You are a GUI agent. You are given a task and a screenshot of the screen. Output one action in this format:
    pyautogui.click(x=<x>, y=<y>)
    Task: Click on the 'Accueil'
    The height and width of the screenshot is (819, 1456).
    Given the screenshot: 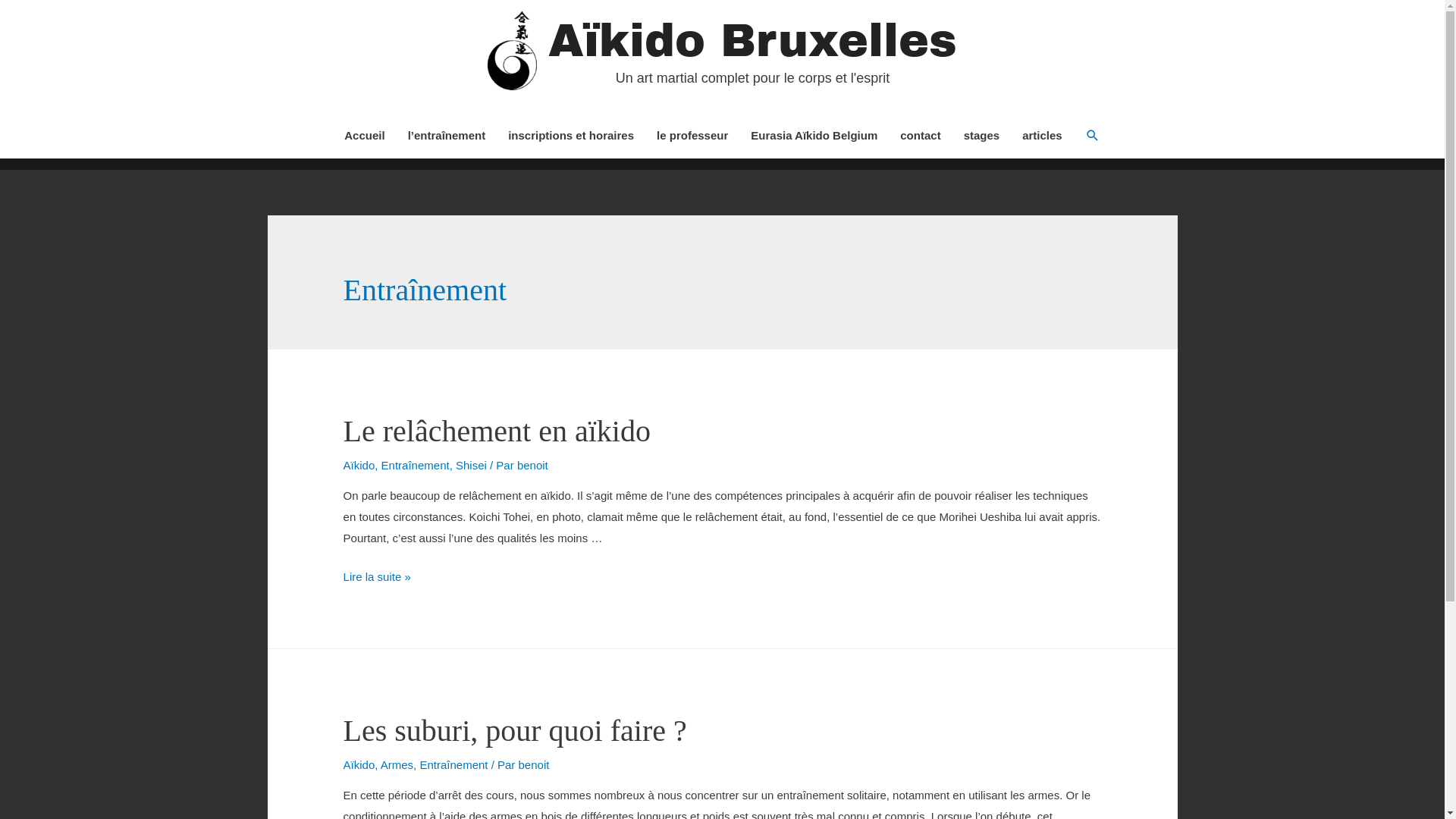 What is the action you would take?
    pyautogui.click(x=364, y=134)
    